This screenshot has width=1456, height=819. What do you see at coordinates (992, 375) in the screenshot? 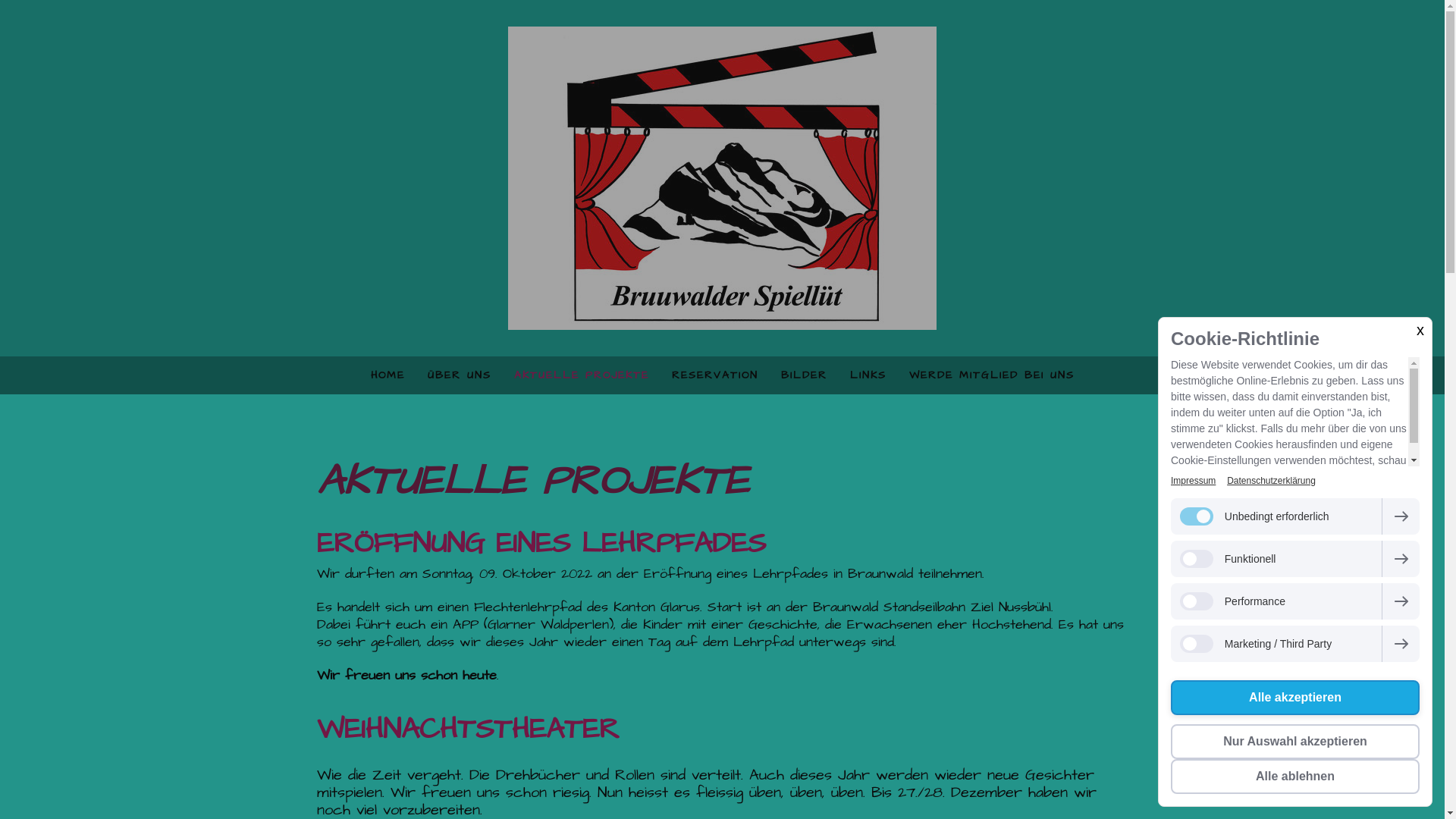
I see `'WERDE MITGLIED BEI UNS'` at bounding box center [992, 375].